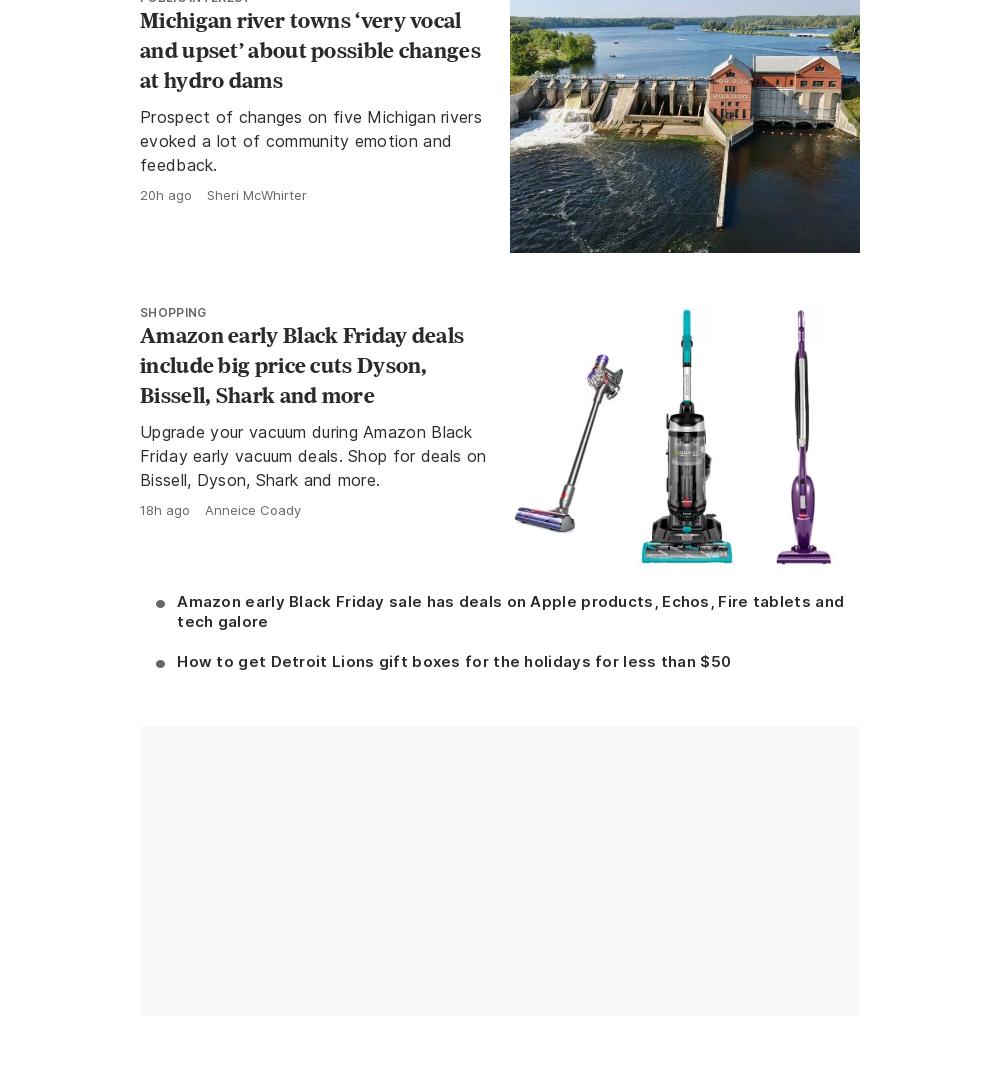 The width and height of the screenshot is (1000, 1066). Describe the element at coordinates (453, 659) in the screenshot. I see `'How to get Detroit Lions gift boxes for the holidays for less than $50'` at that location.